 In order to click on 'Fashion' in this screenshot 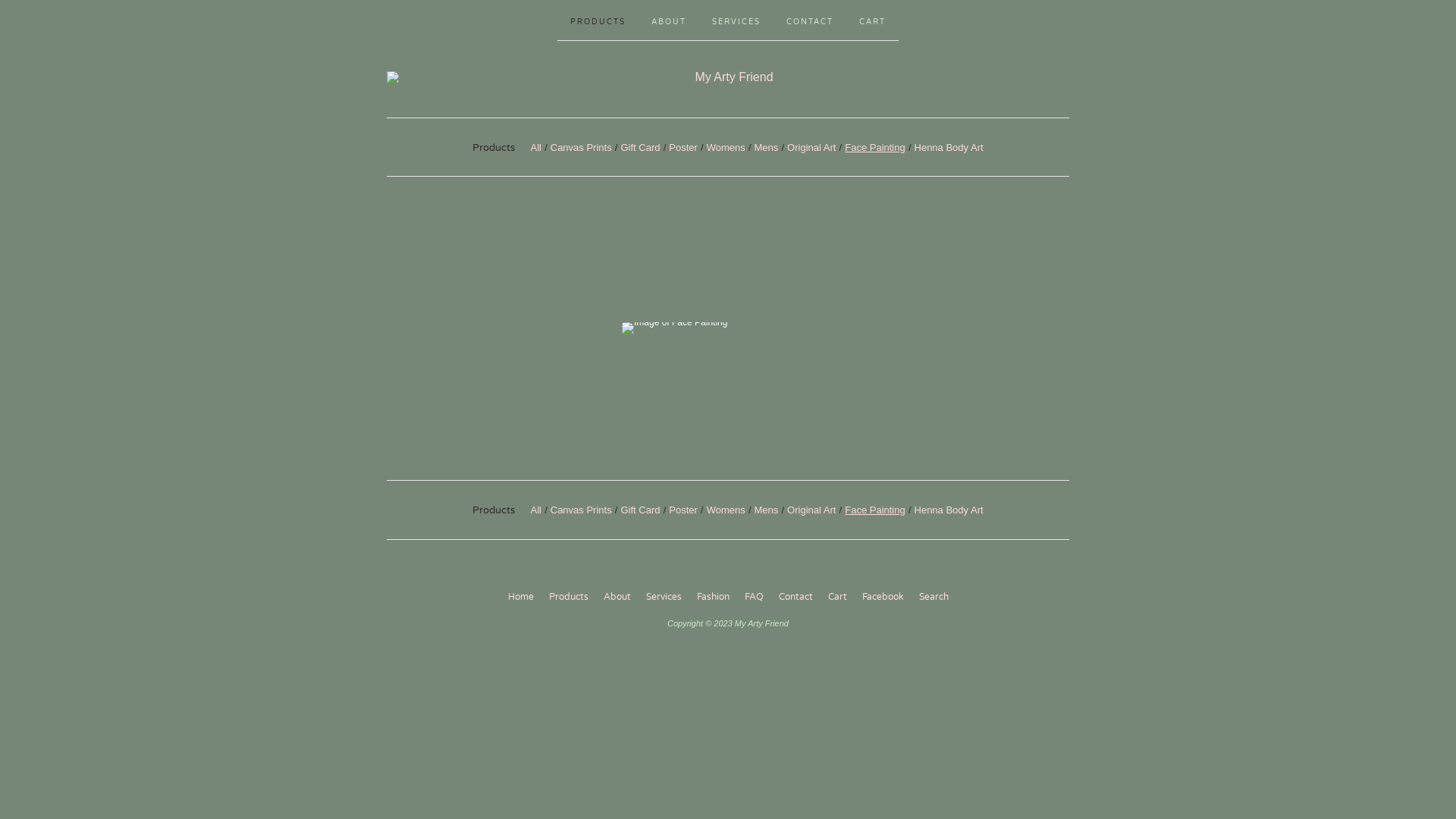, I will do `click(689, 596)`.